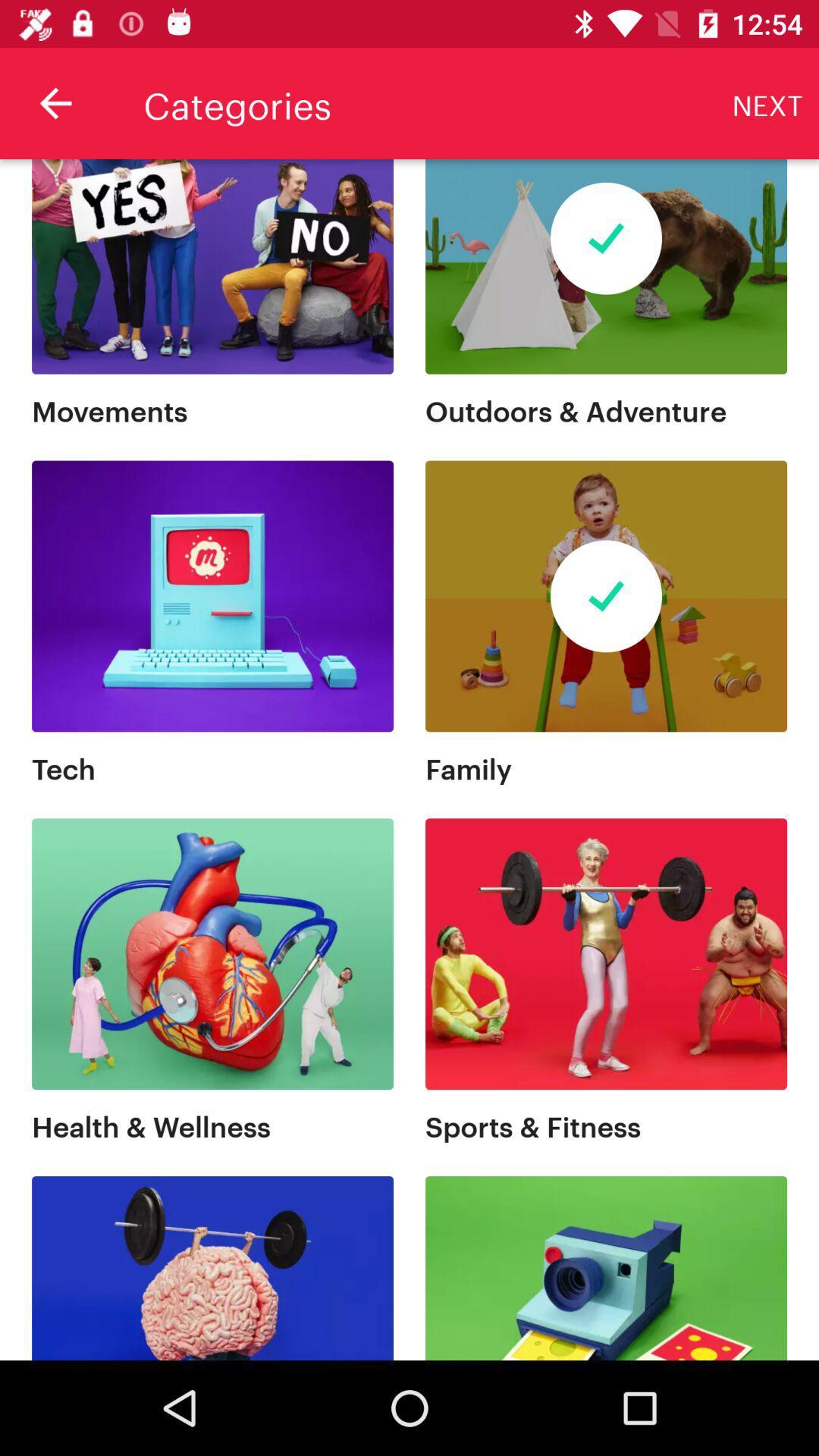  I want to click on the next item, so click(767, 102).